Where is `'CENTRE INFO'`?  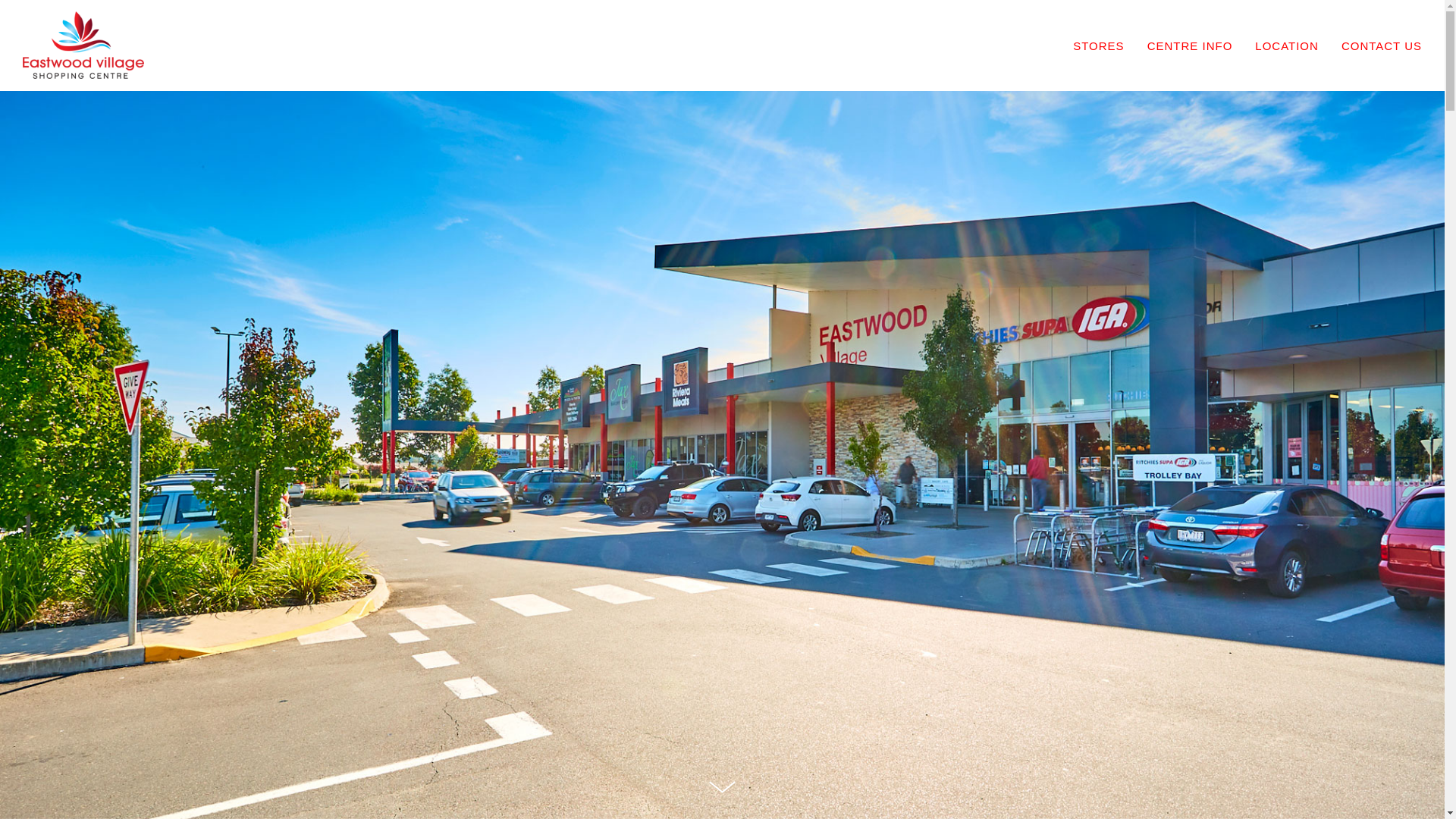 'CENTRE INFO' is located at coordinates (1200, 45).